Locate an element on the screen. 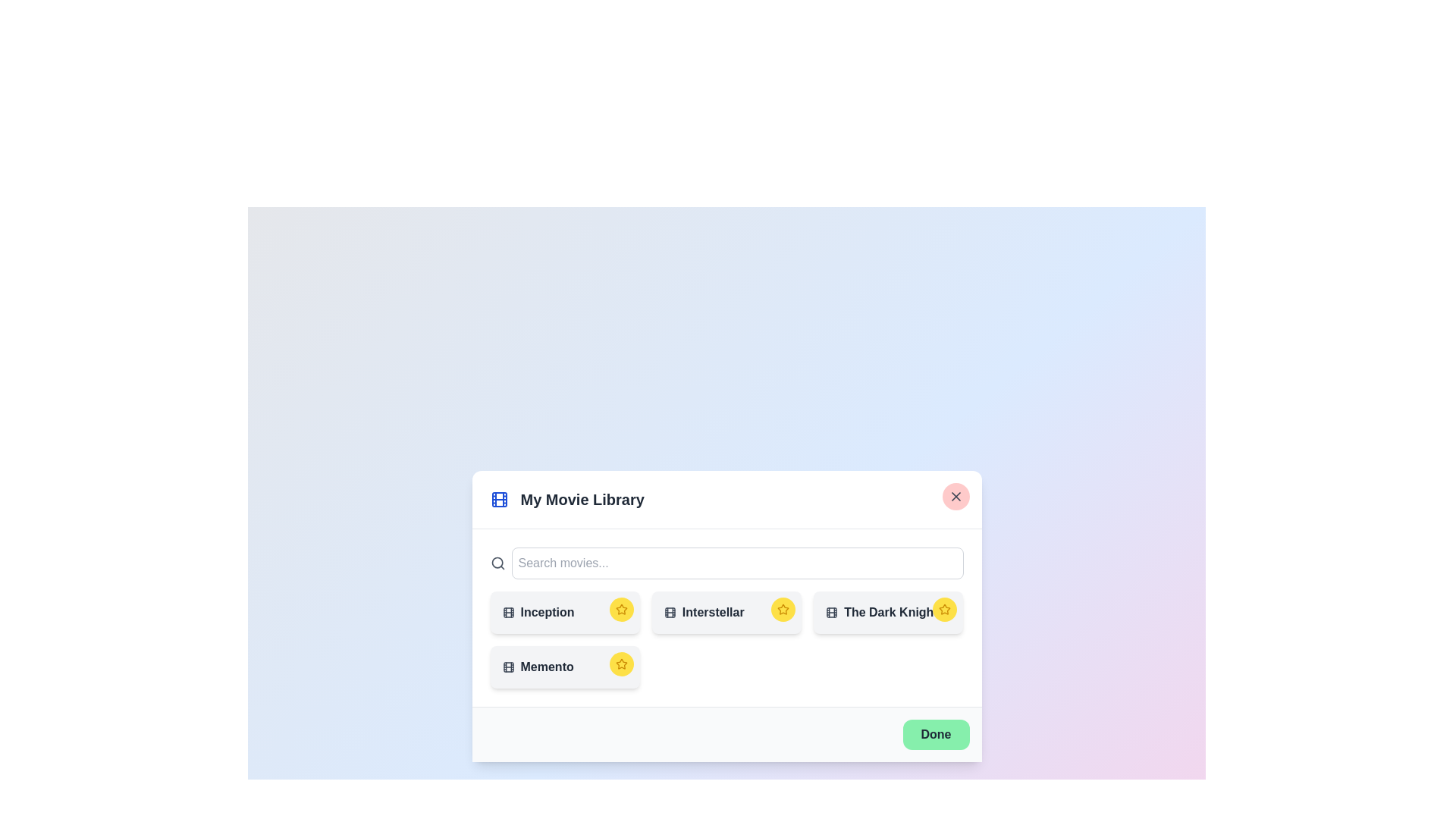 The width and height of the screenshot is (1456, 819). text content of the label that displays 'Inception', styled in bold dark gray font, located centrally in the movie title list is located at coordinates (564, 611).